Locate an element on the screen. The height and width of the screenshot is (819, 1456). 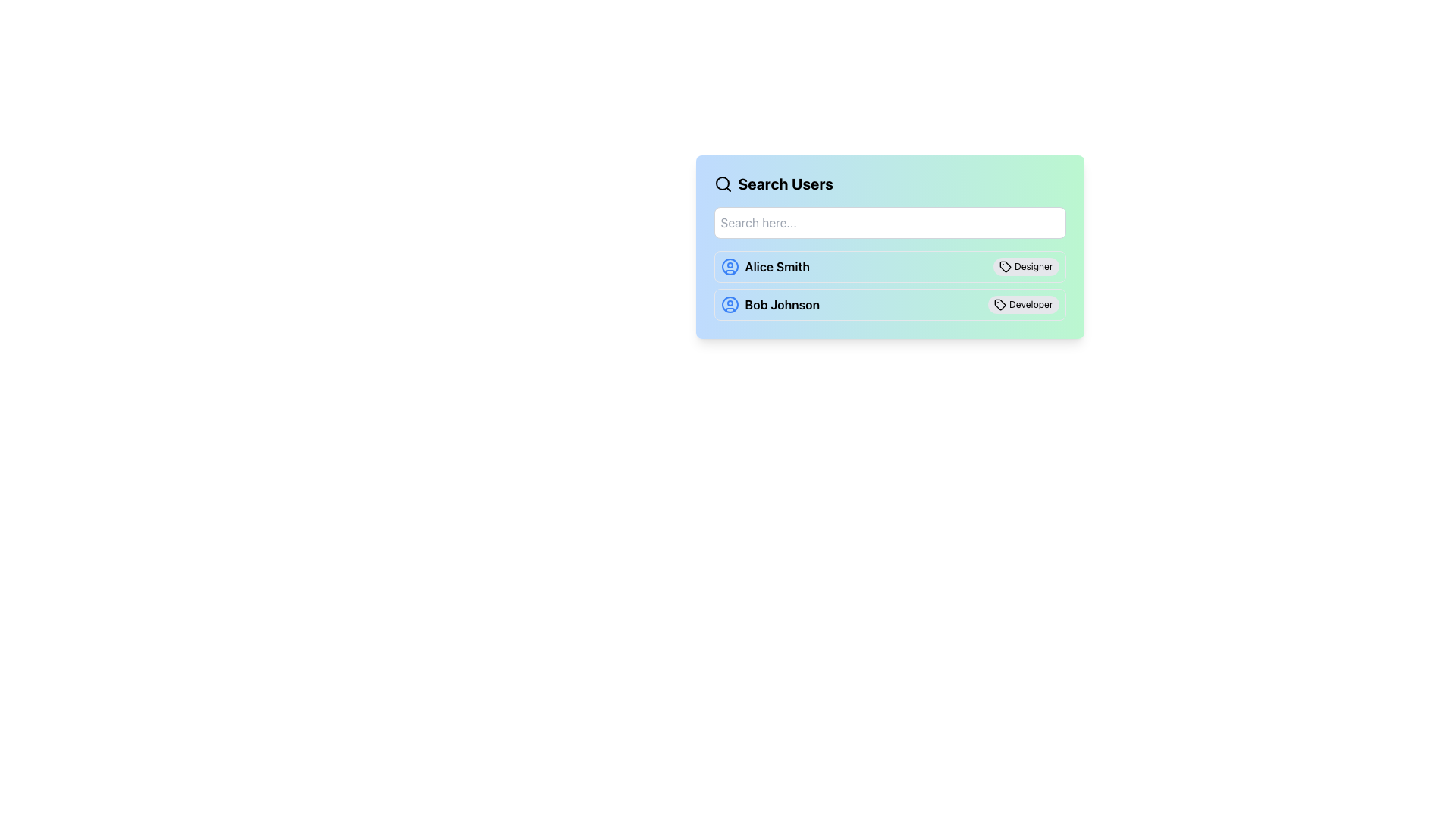
the Text Label that displays the name of a listed user, which is positioned to the right of a circular blue-themed avatar graphic is located at coordinates (782, 304).